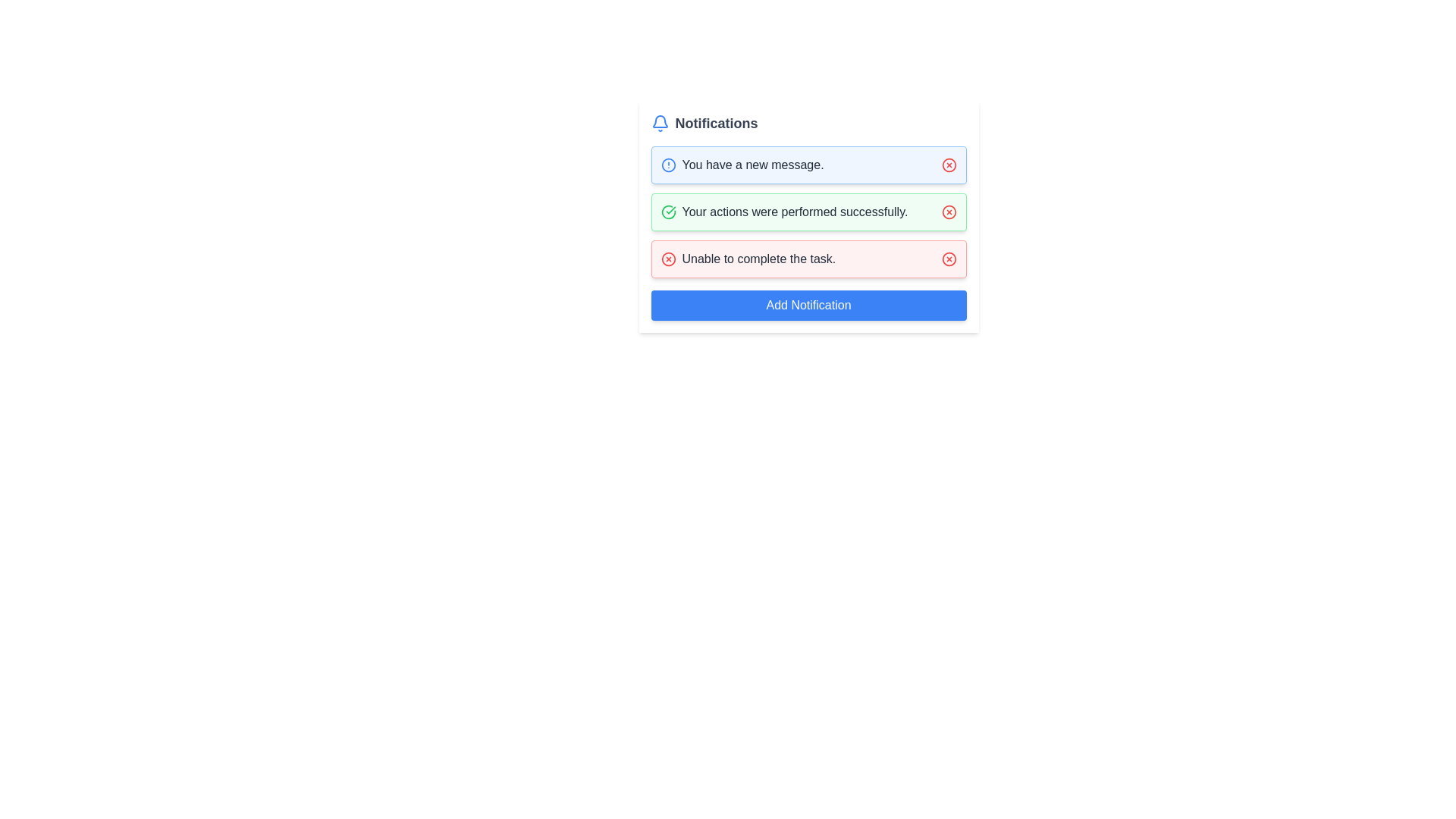 The image size is (1456, 819). I want to click on the circular green checkmark icon from the second notification card, so click(667, 212).